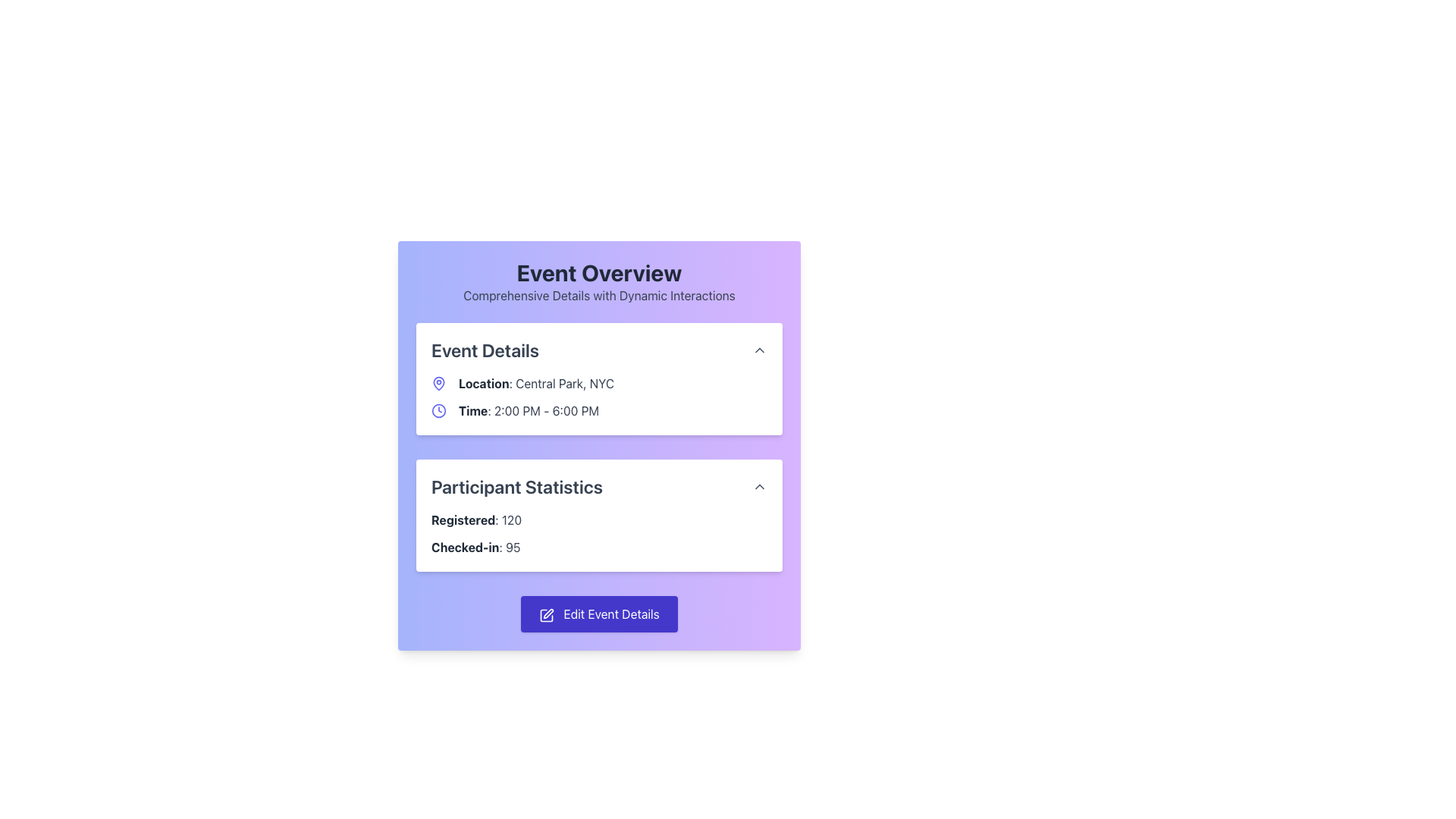 The image size is (1456, 819). What do you see at coordinates (598, 271) in the screenshot?
I see `prominent title or heading that introduces the content related to 'Event Overview', located at the top-center of the card header` at bounding box center [598, 271].